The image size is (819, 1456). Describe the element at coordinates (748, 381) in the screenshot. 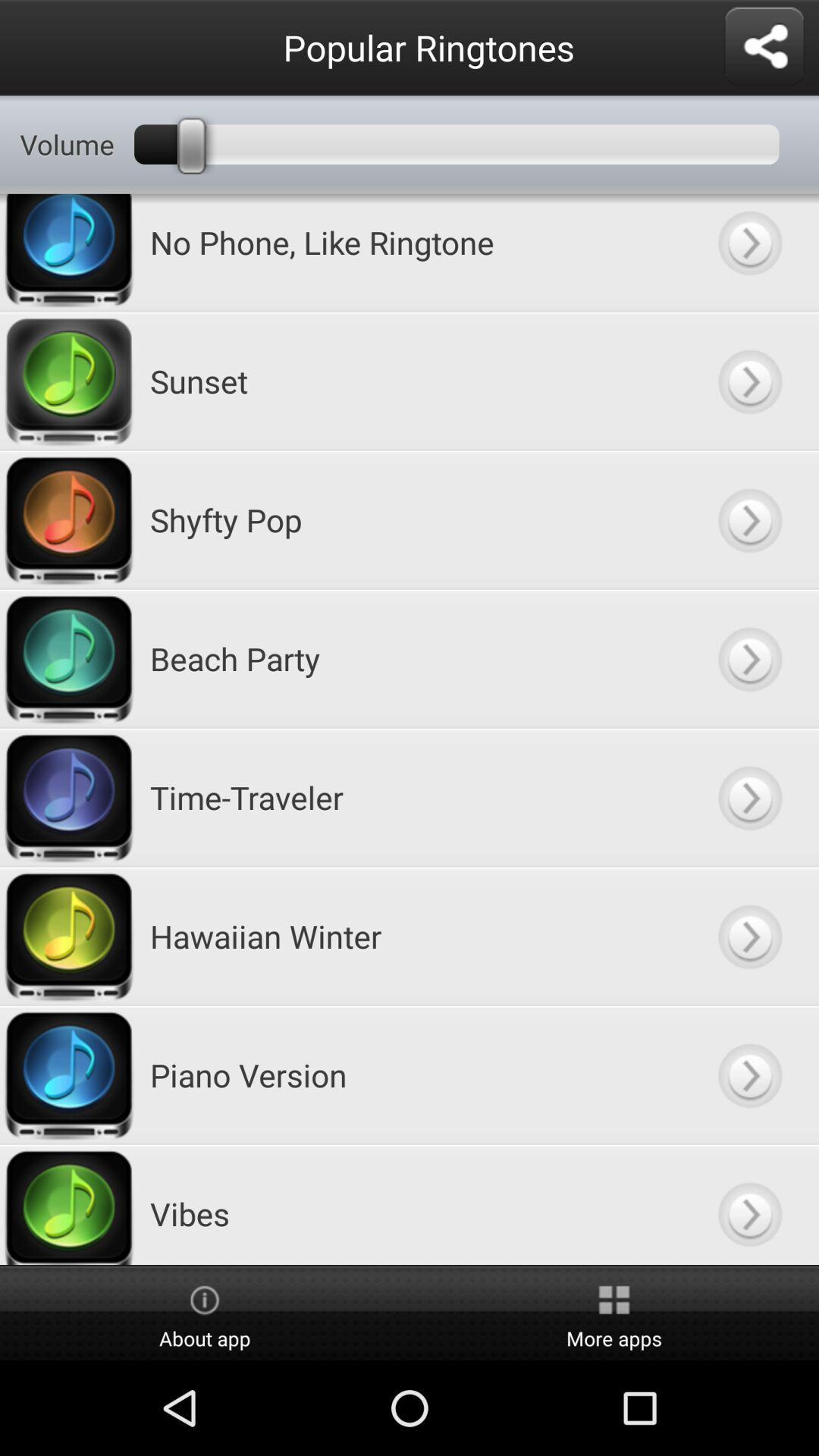

I see `sunset` at that location.